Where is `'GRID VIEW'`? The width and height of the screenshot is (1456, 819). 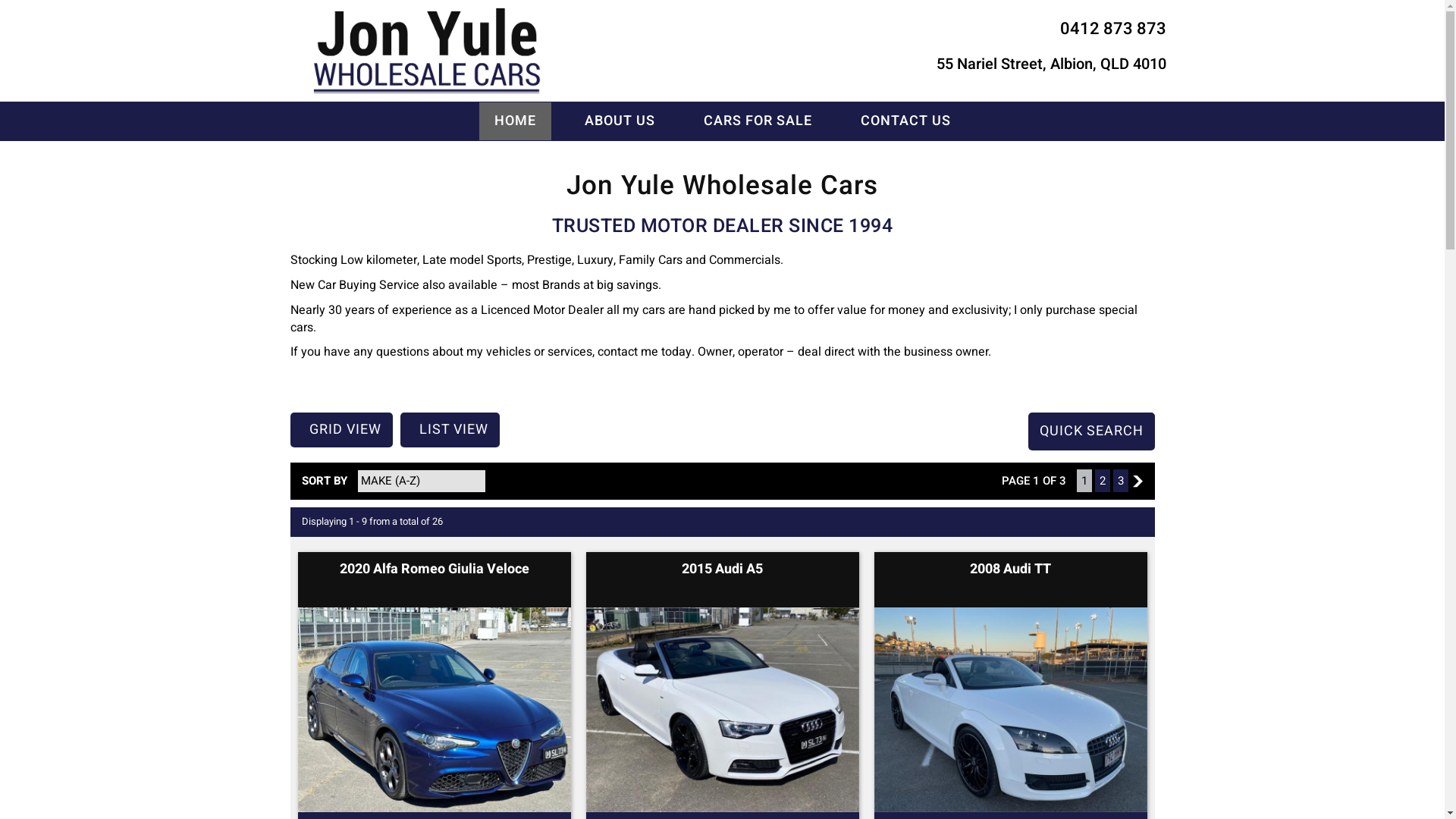
'GRID VIEW' is located at coordinates (340, 430).